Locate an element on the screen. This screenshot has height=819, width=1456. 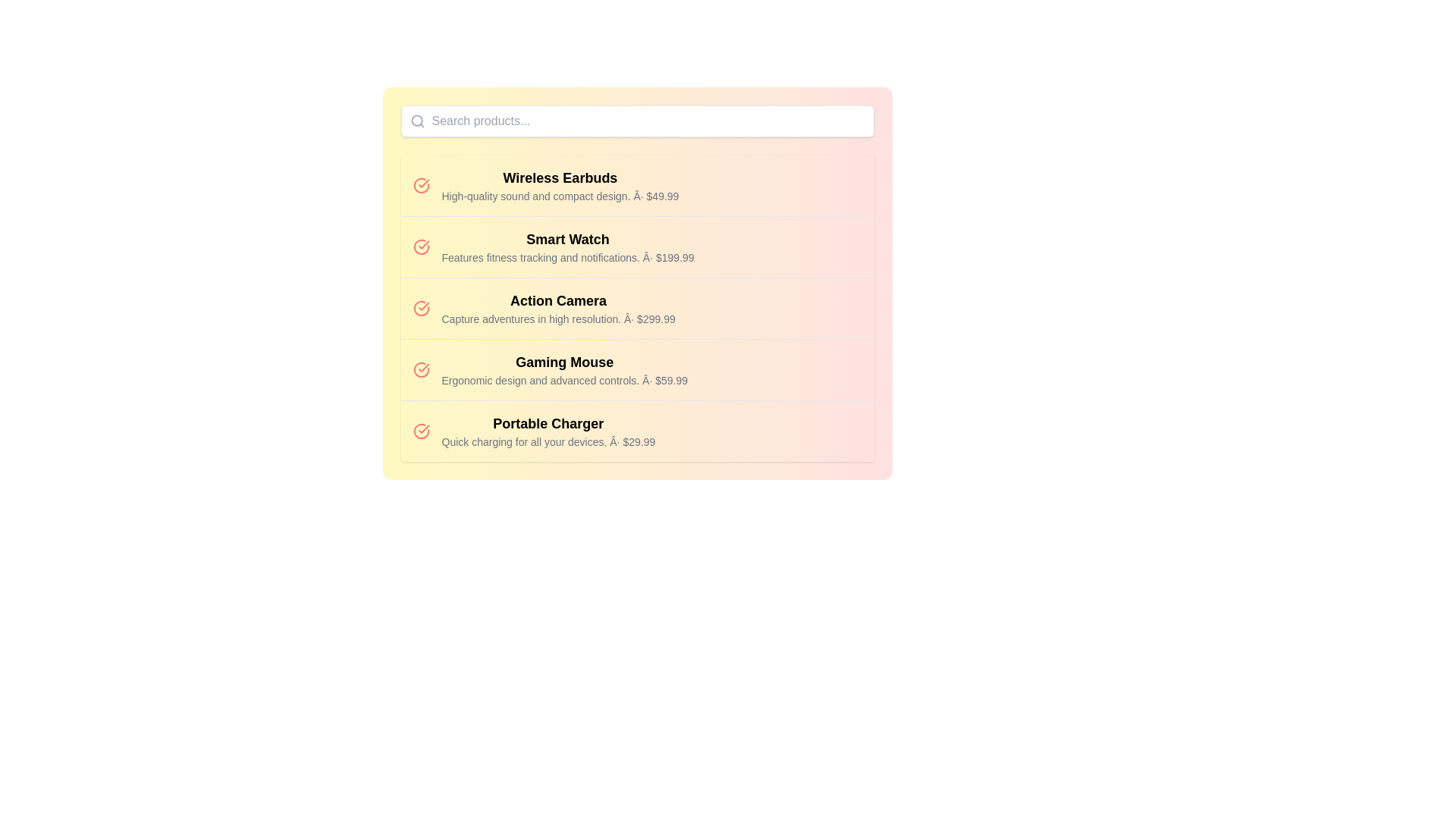
the fourth list item in the product list, which contains the product name 'Gaming Mouse', brief description, and price, positioned between 'Action Camera' and 'Portable Charger' is located at coordinates (637, 369).